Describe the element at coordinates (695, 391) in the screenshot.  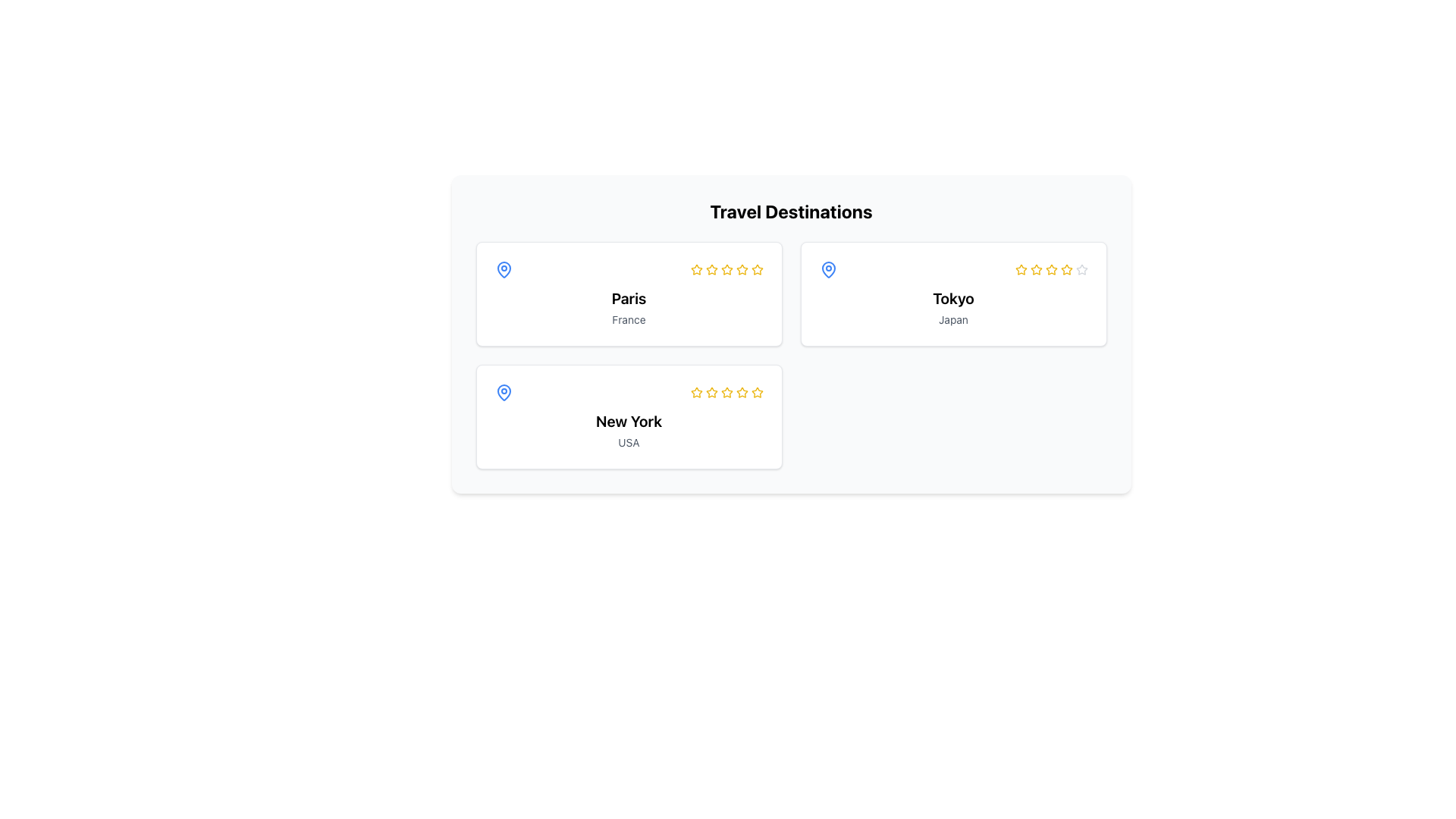
I see `the second star in the rating row within the 'New York' card to rate it` at that location.